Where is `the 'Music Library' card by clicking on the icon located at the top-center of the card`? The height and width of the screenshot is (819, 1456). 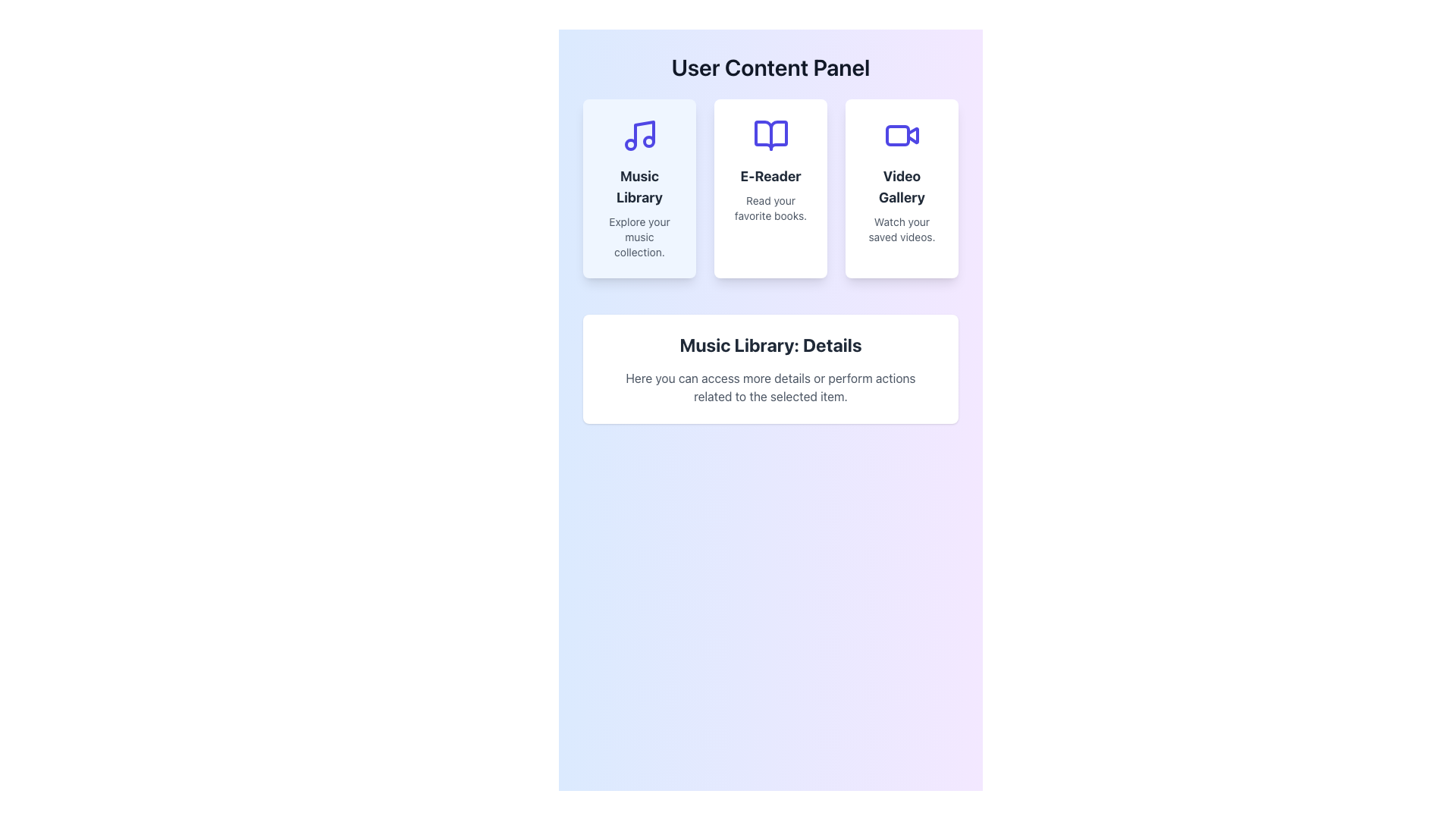
the 'Music Library' card by clicking on the icon located at the top-center of the card is located at coordinates (639, 134).